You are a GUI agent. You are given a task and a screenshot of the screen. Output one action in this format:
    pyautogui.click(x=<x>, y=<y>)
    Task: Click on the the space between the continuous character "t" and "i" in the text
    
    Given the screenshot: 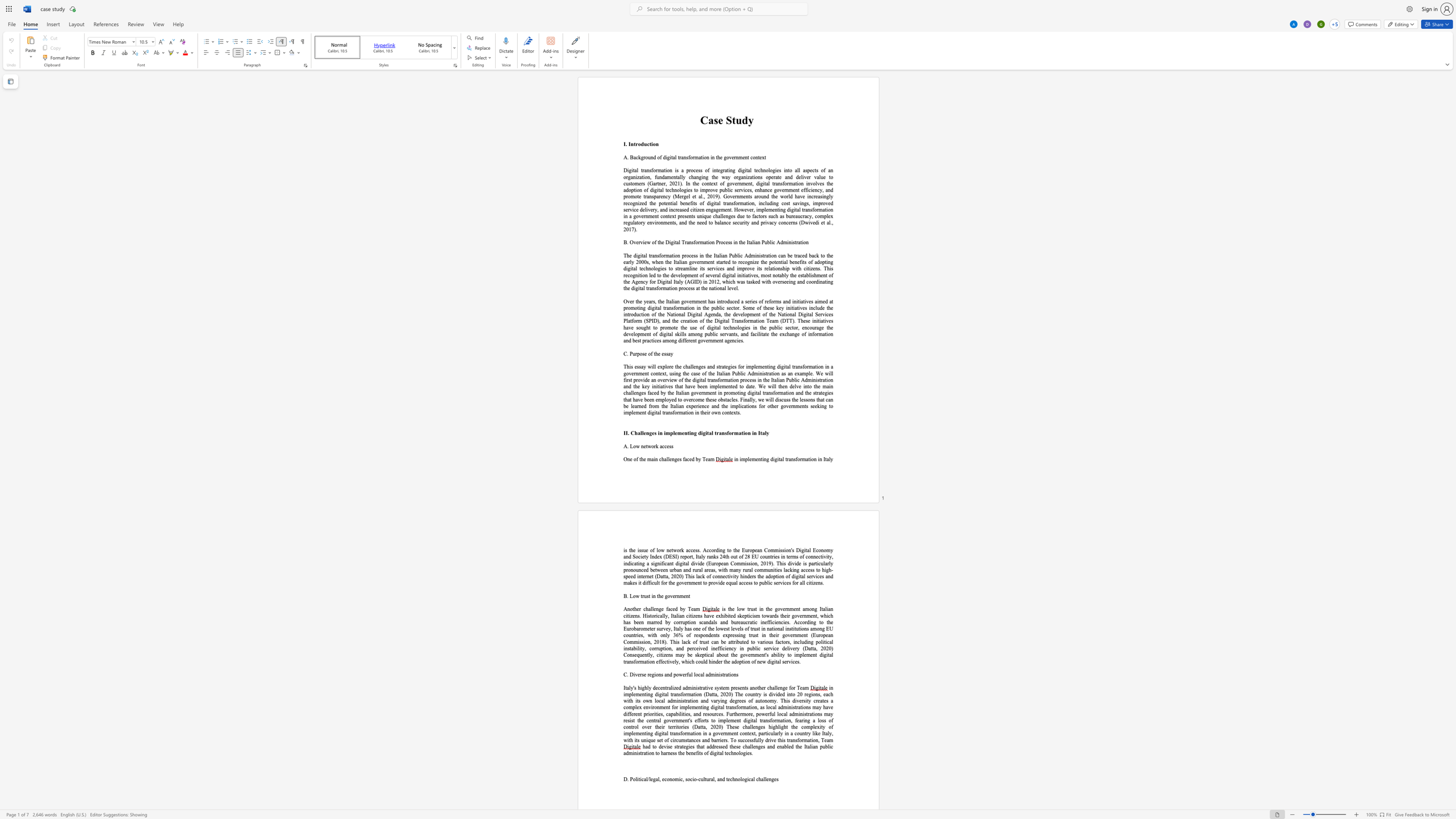 What is the action you would take?
    pyautogui.click(x=638, y=563)
    